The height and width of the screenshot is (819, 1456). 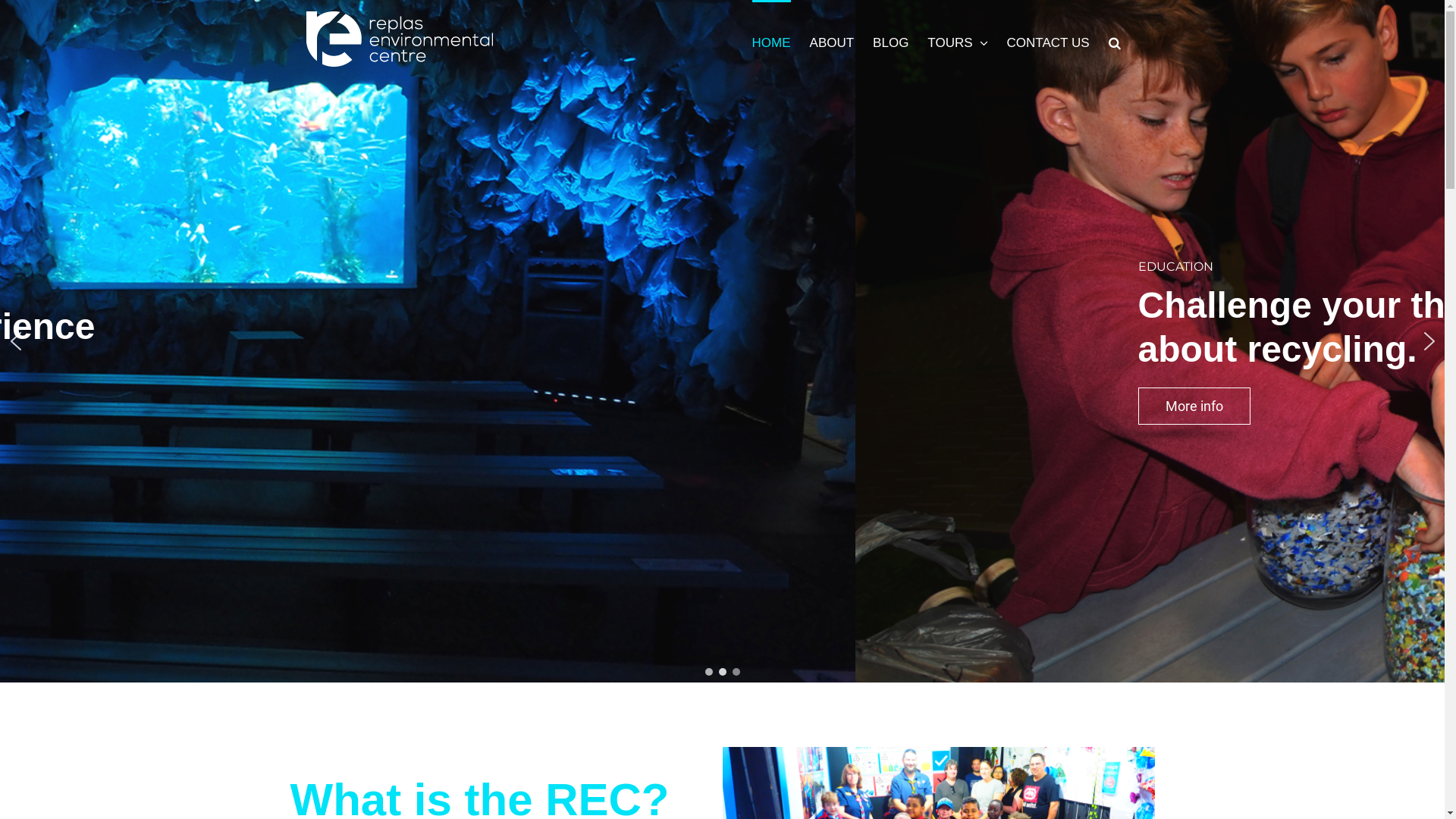 What do you see at coordinates (337, 422) in the screenshot?
I see `'Book now'` at bounding box center [337, 422].